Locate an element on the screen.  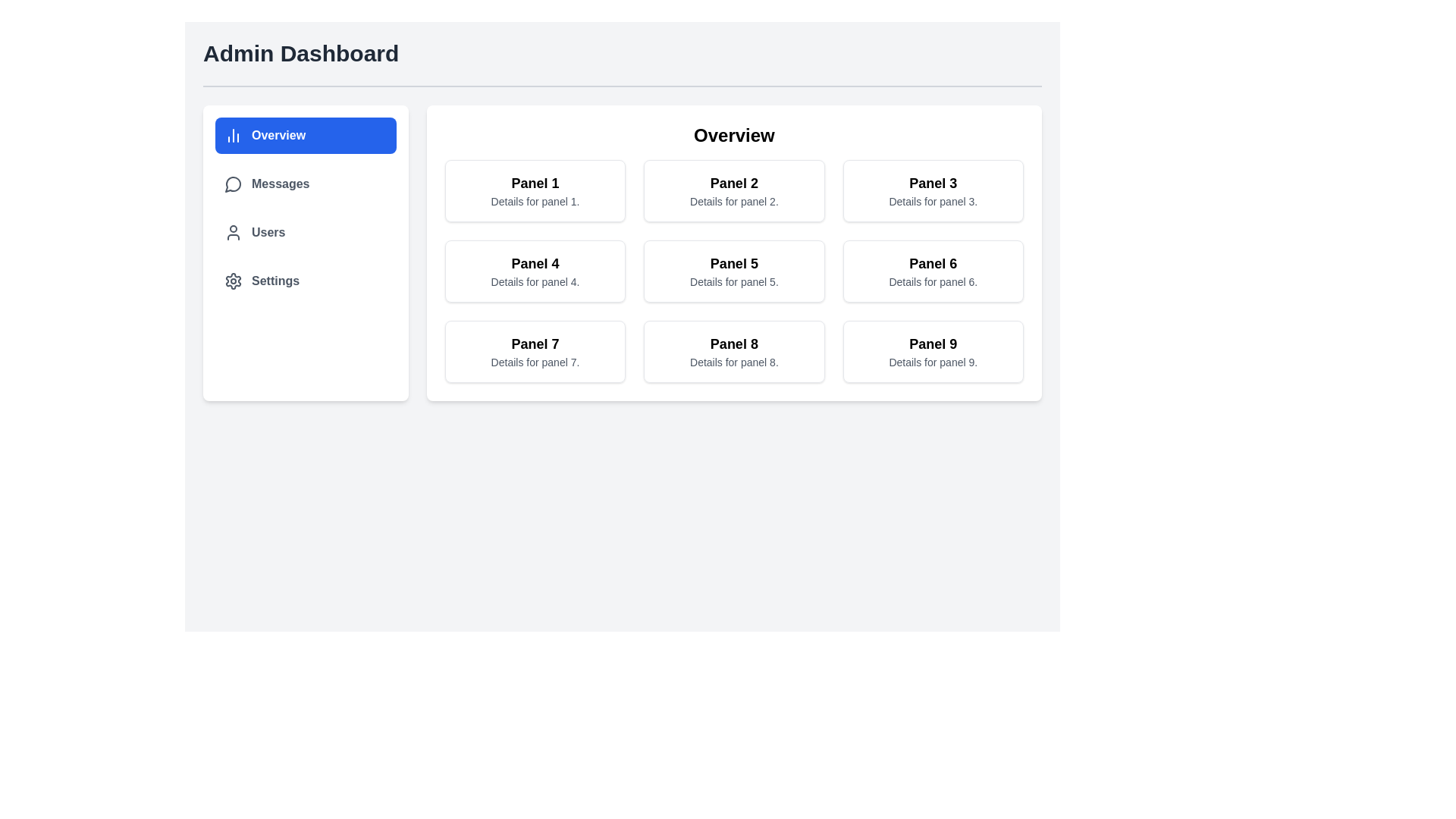
text content of the heading labeled 'Panel 7' which is located in the center column of the third row within the grid layout under the 'Overview' section is located at coordinates (535, 344).